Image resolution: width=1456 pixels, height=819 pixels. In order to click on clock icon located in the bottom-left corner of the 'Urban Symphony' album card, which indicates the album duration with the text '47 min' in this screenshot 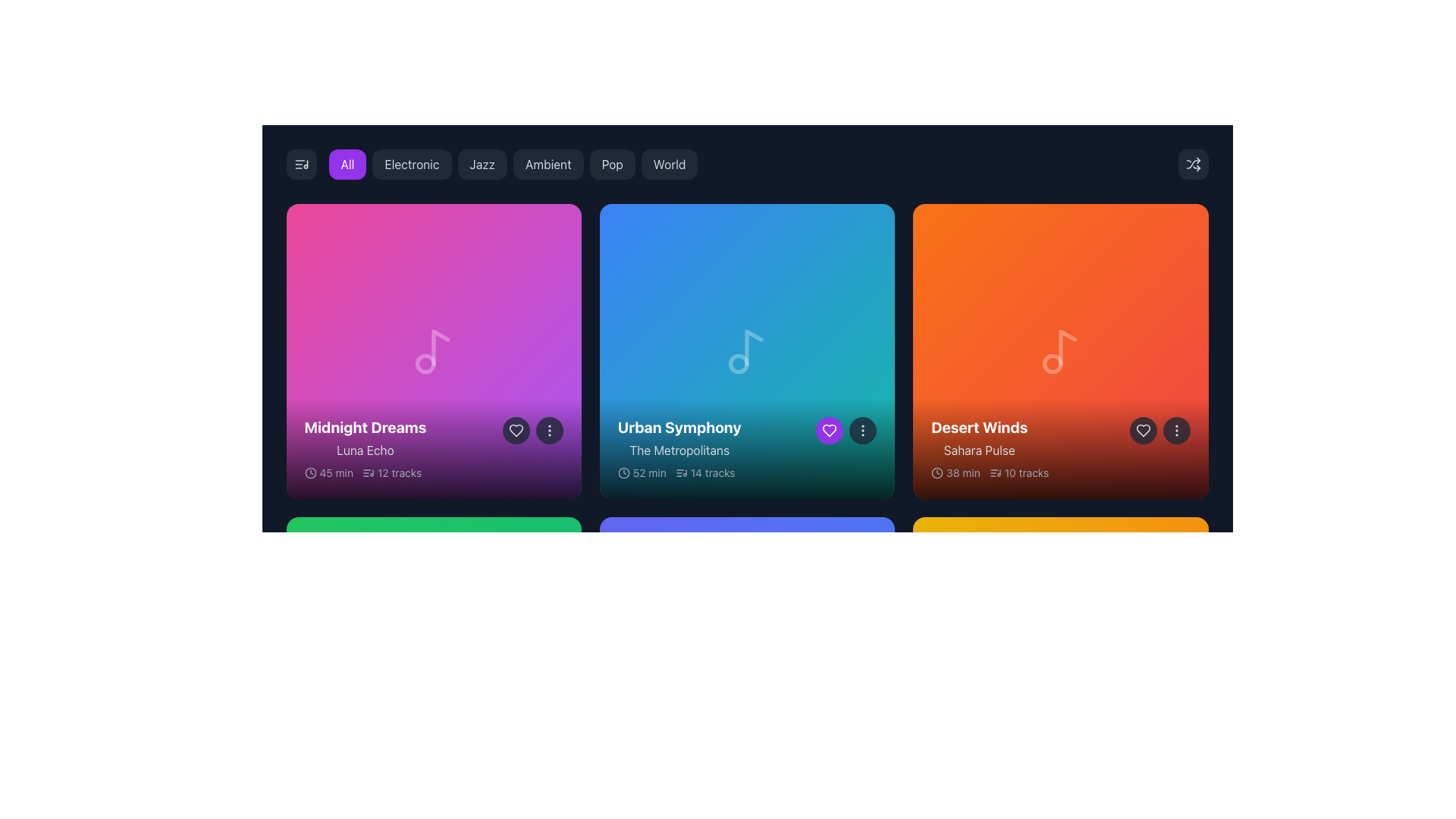, I will do `click(623, 786)`.